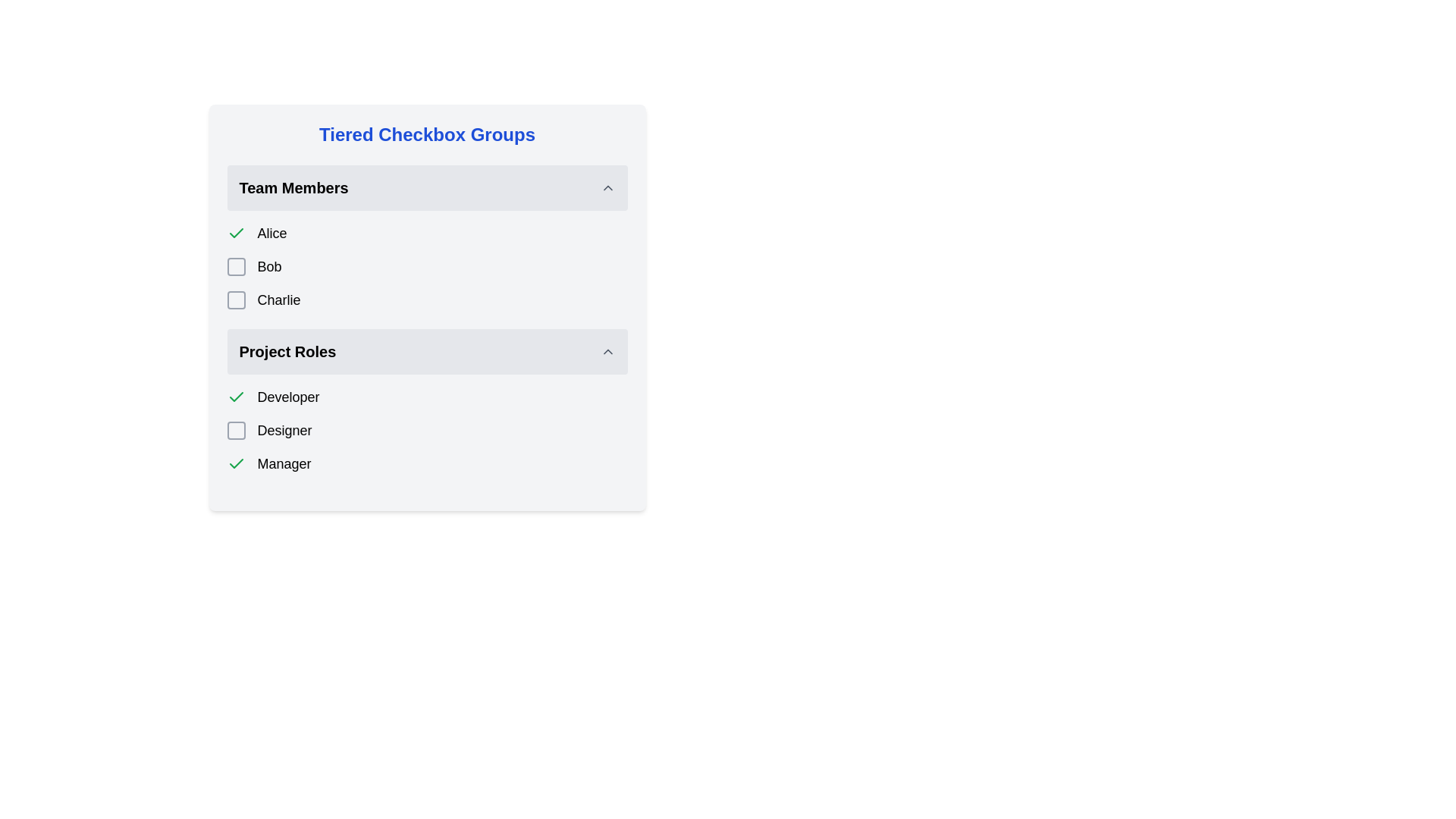 This screenshot has height=819, width=1456. What do you see at coordinates (426, 234) in the screenshot?
I see `the first list item 'Alice' with a green checkmark in the 'Team Members' section to interact` at bounding box center [426, 234].